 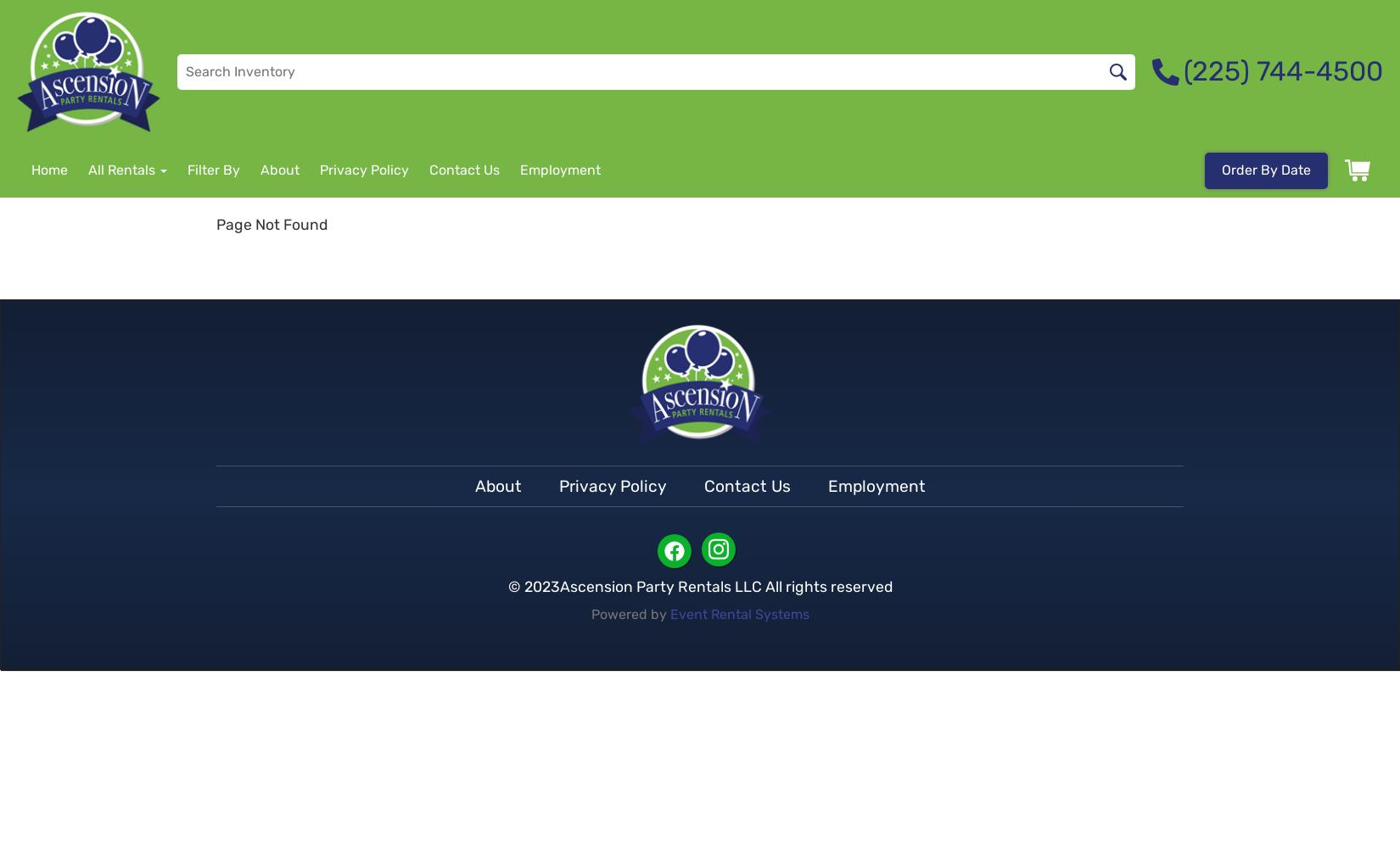 I want to click on '2023Ascension Party Rentals LLC  All rights reserved', so click(x=708, y=585).